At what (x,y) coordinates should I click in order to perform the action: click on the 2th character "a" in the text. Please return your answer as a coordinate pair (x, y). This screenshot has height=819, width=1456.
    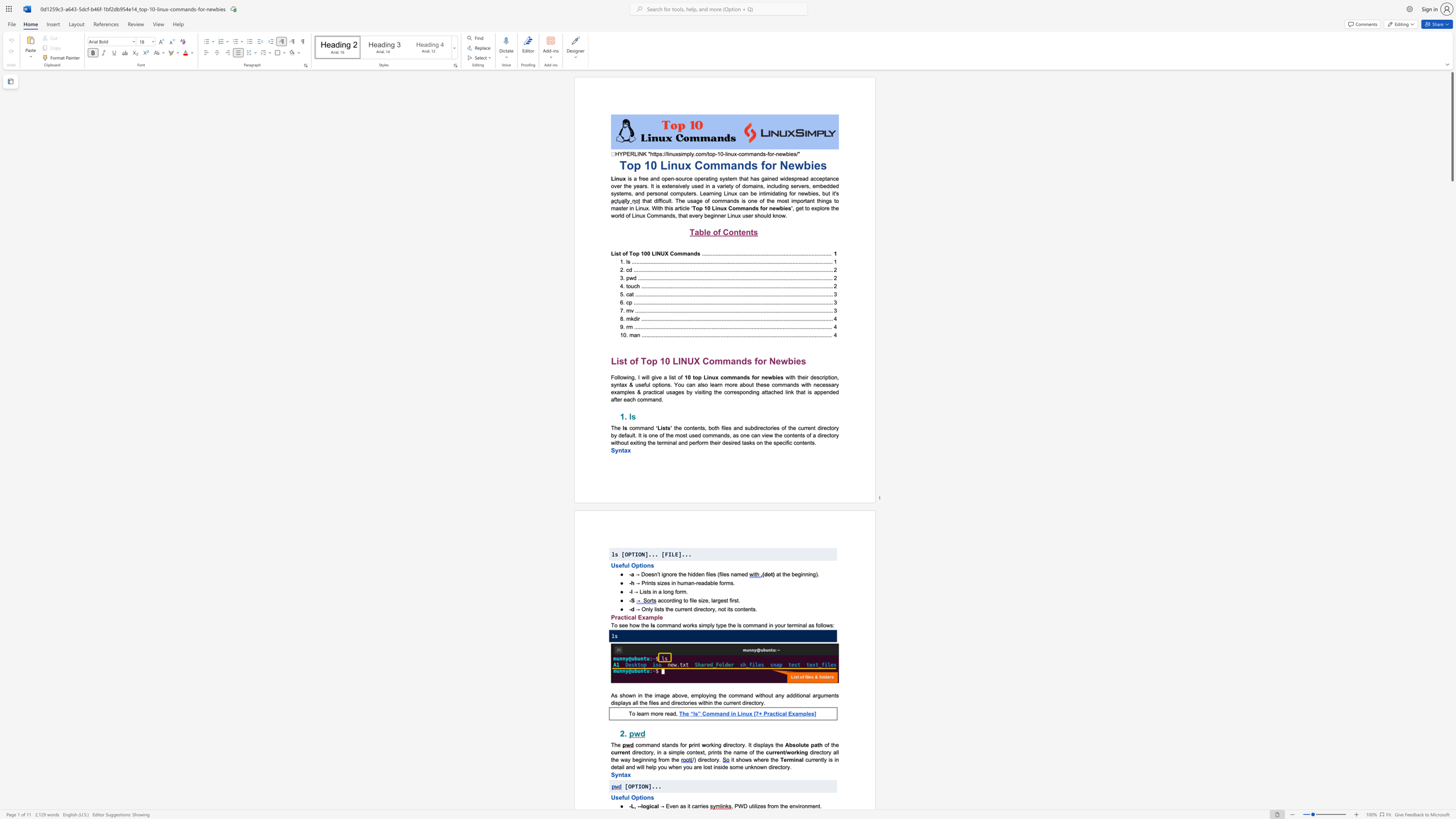
    Looking at the image, I should click on (807, 695).